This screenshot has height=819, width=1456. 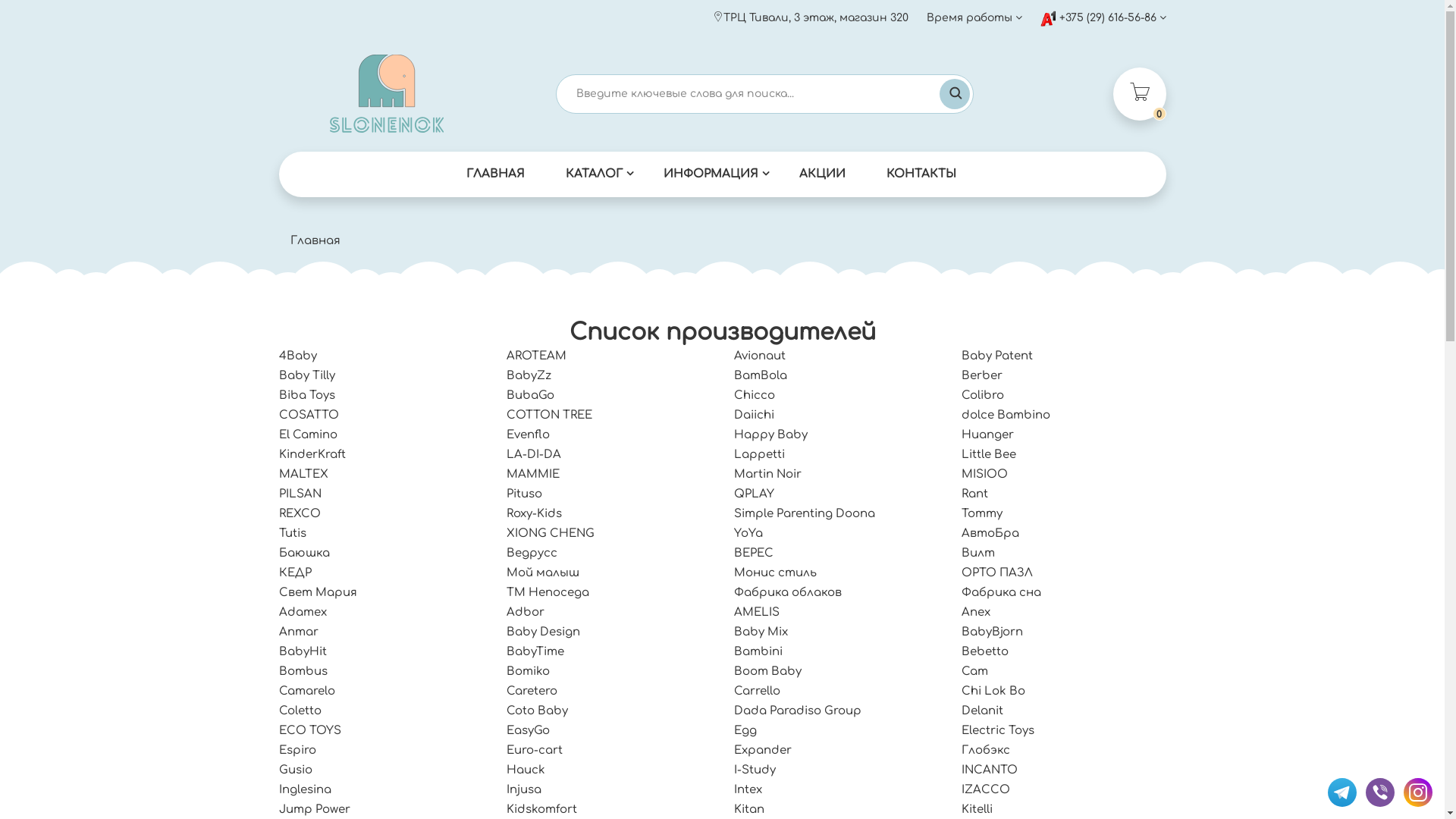 I want to click on 'COTTON TREE', so click(x=548, y=415).